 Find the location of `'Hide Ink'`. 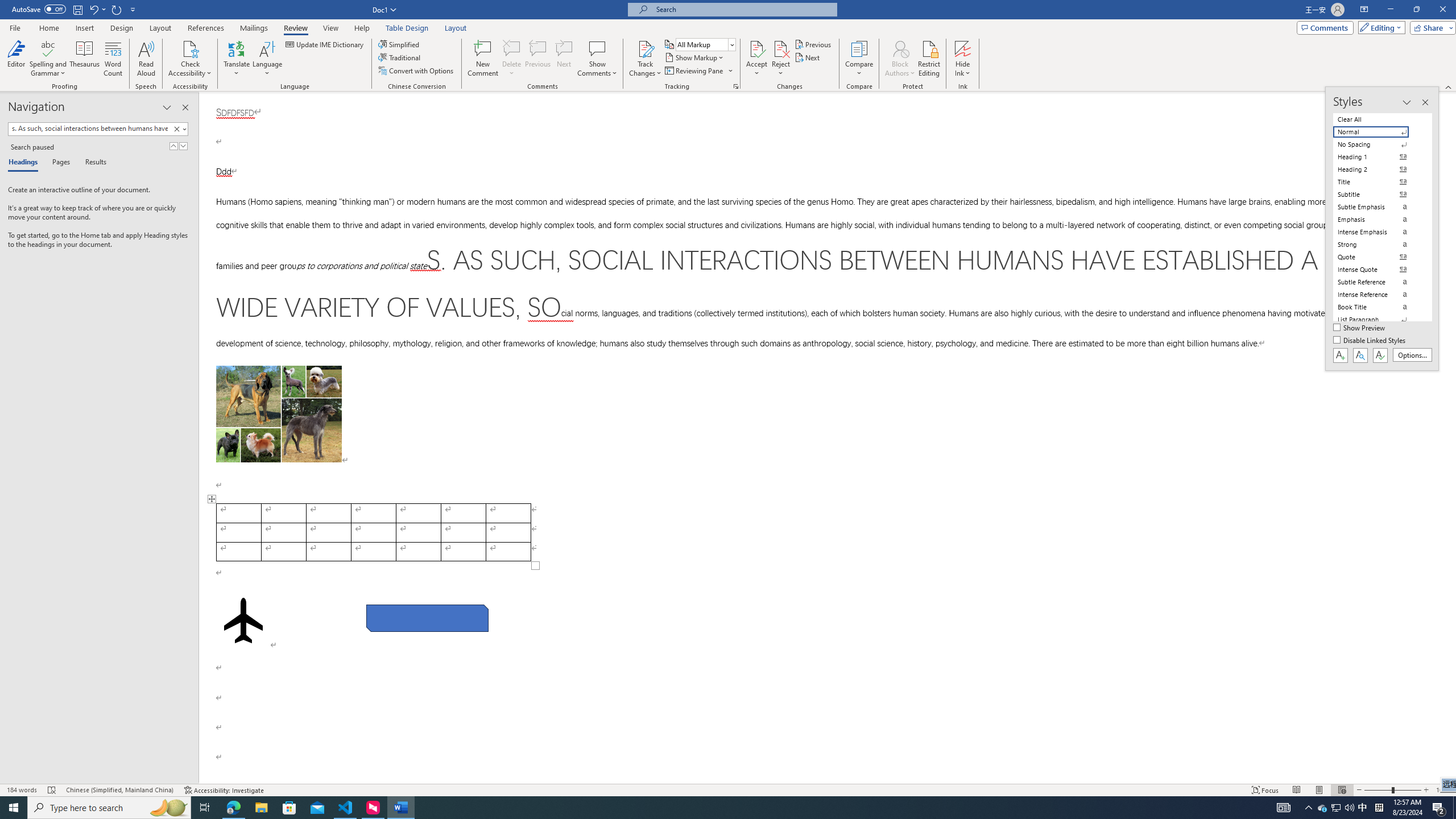

'Hide Ink' is located at coordinates (962, 59).